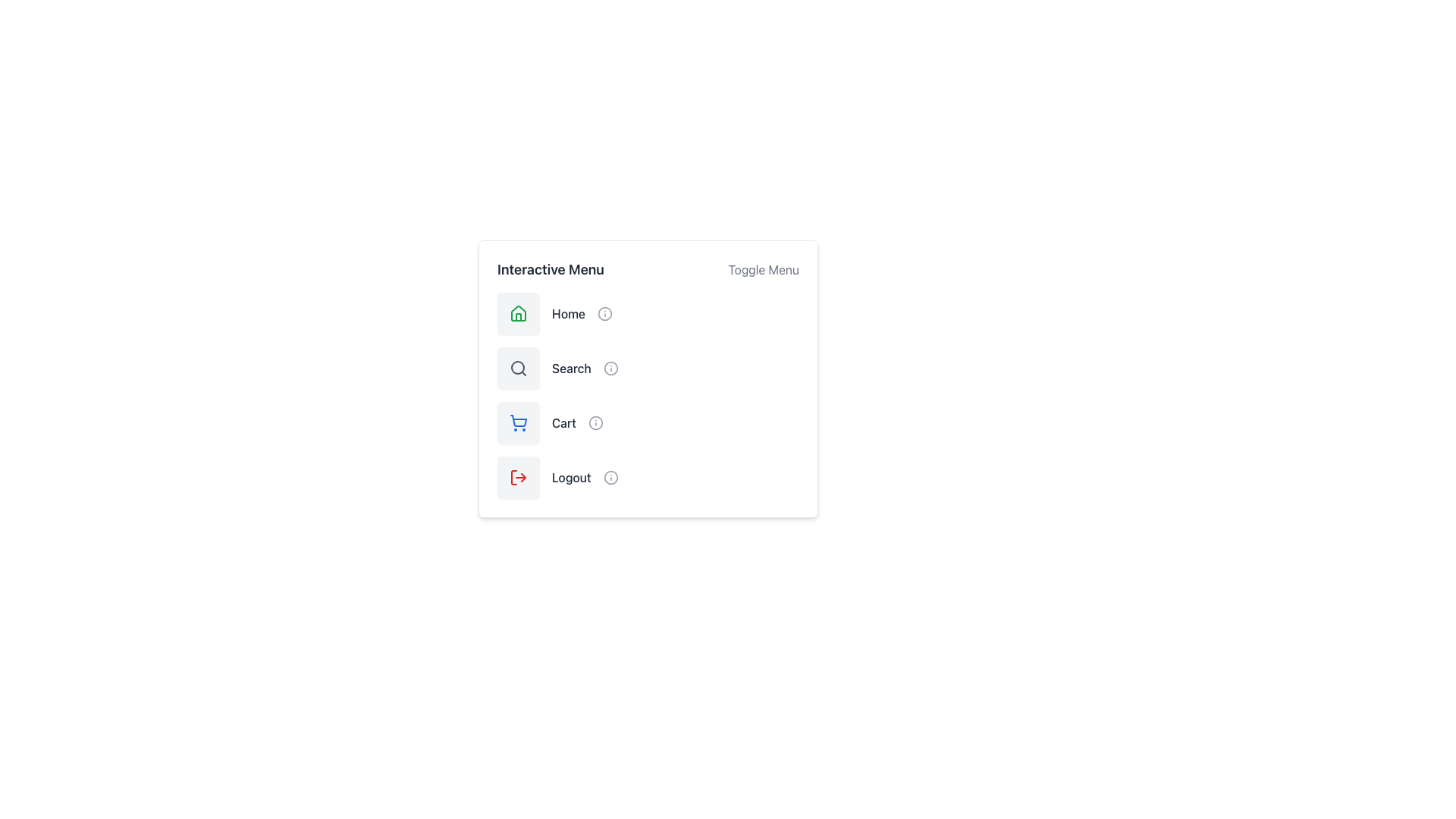 The width and height of the screenshot is (1456, 819). I want to click on the 'Search' icon in the interactive menu, which is the second icon in a vertical list, positioned below the 'Home' icon and above the 'Cart' icon, so click(519, 369).